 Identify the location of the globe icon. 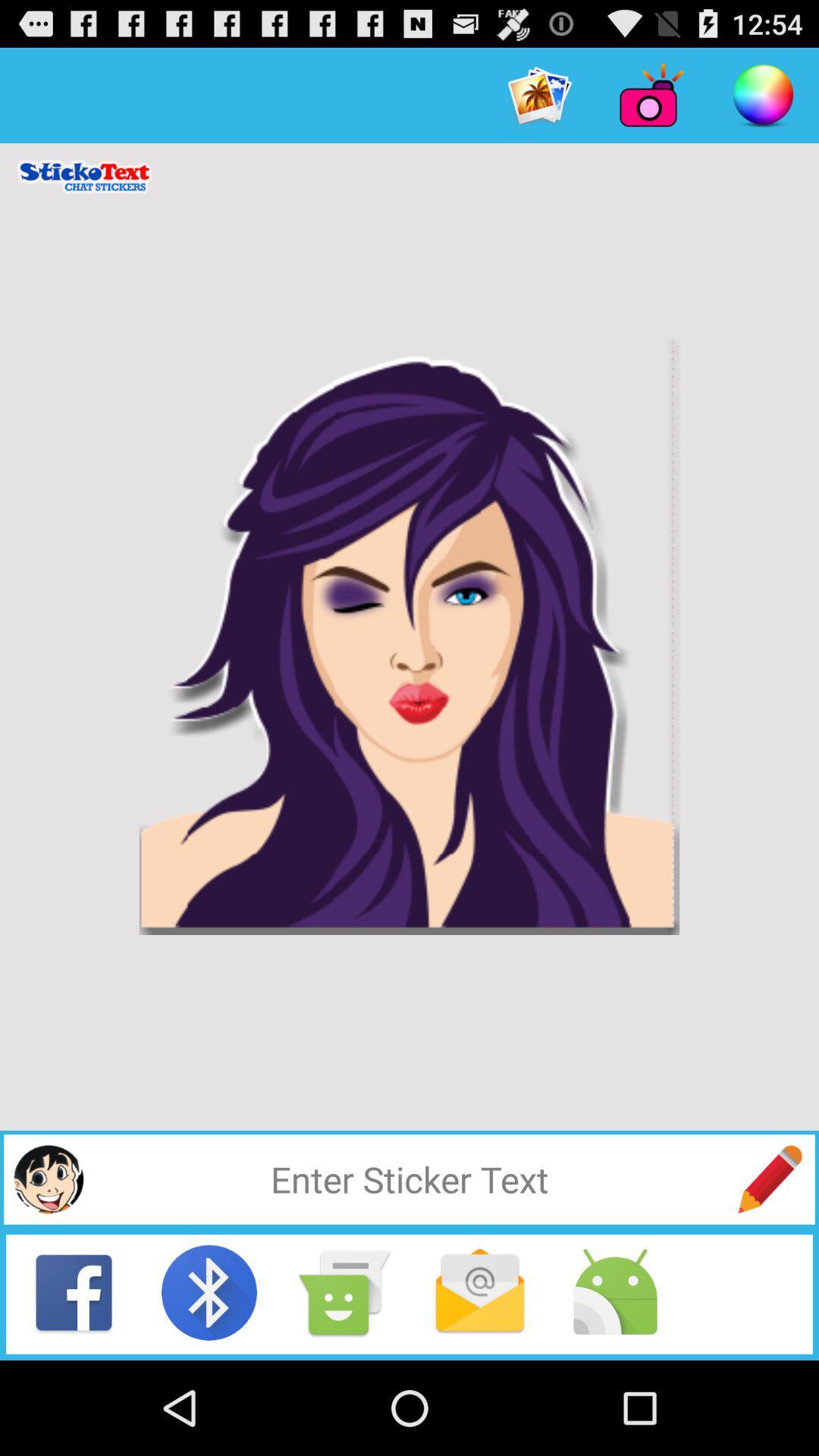
(48, 1262).